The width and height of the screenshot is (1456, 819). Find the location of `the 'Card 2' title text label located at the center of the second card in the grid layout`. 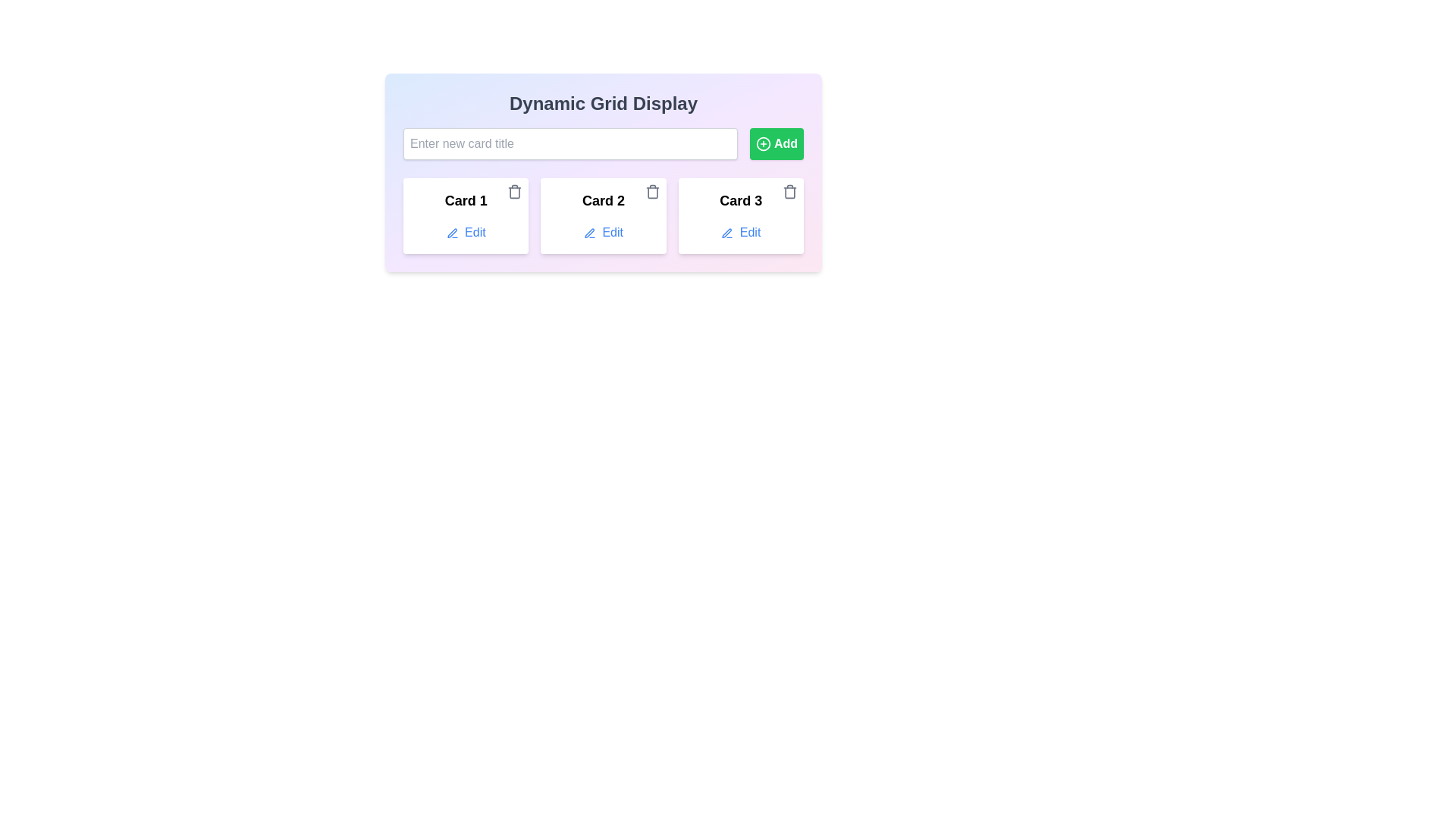

the 'Card 2' title text label located at the center of the second card in the grid layout is located at coordinates (603, 200).